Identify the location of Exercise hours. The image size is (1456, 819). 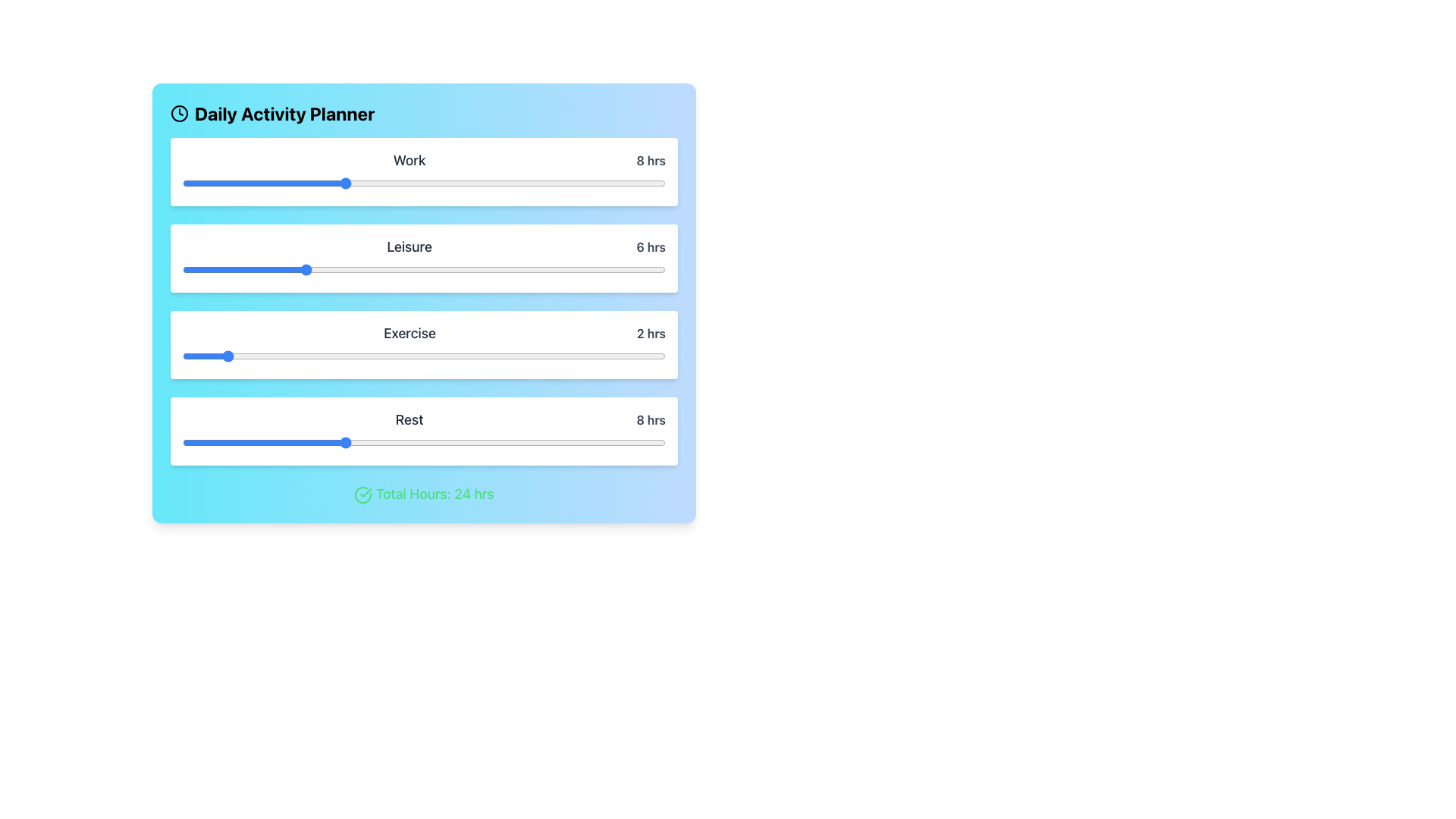
(322, 356).